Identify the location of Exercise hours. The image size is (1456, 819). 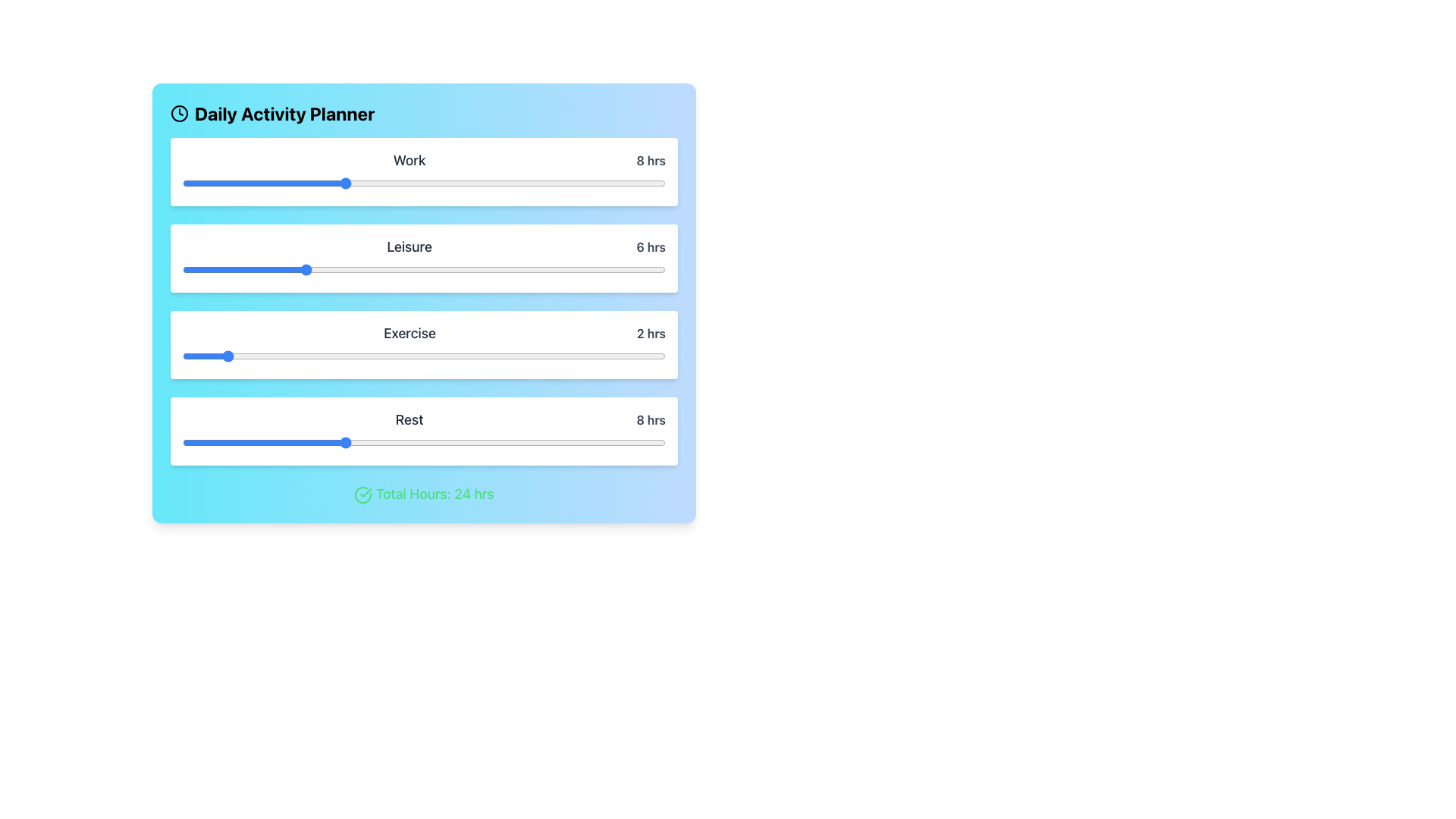
(322, 356).